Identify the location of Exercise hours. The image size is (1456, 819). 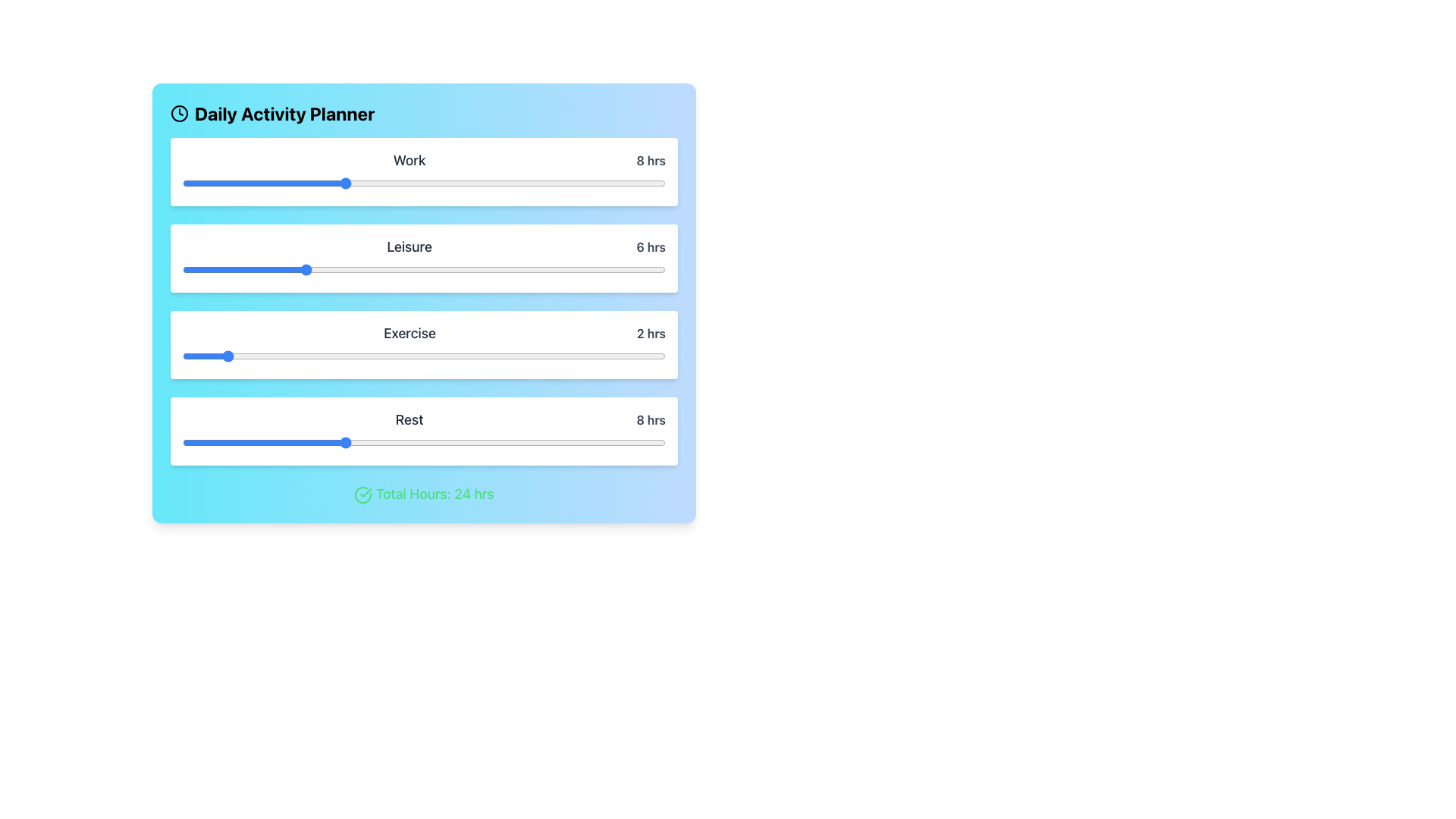
(322, 356).